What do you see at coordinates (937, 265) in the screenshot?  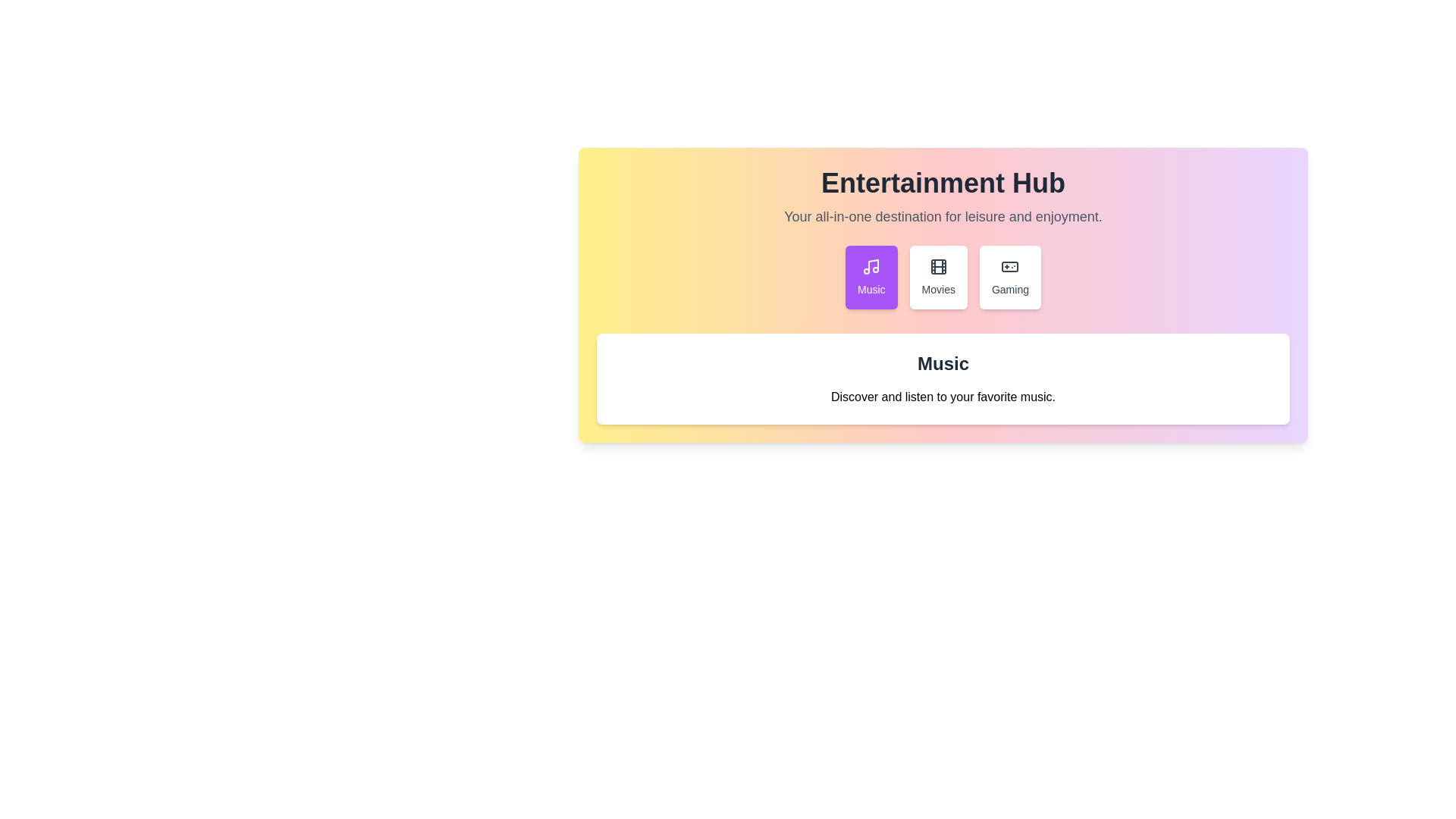 I see `the film icon element located at the top of the 'Movies' card` at bounding box center [937, 265].